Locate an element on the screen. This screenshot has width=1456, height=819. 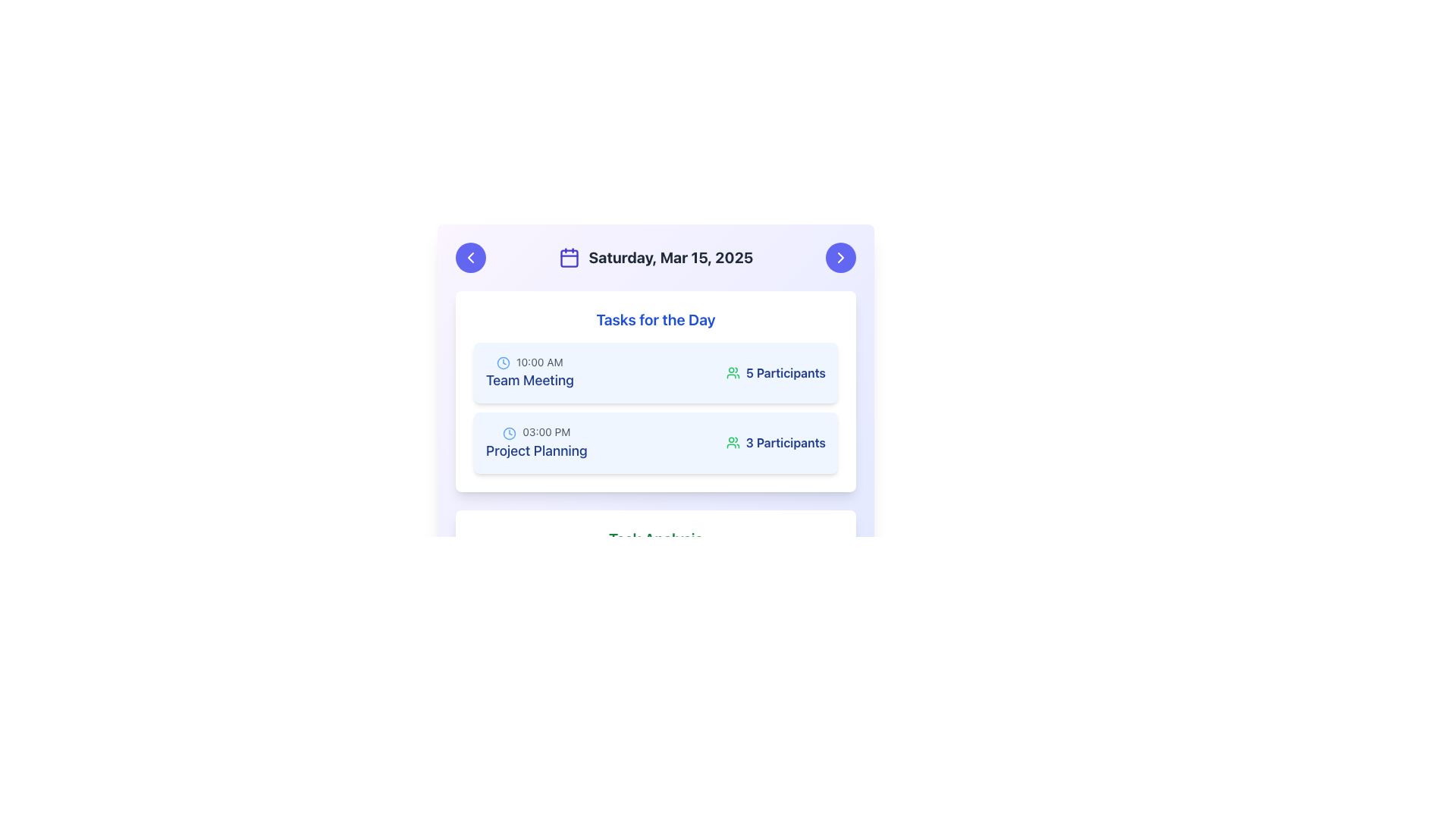
the SVG Circle representing the clock face in the clock icon, located at the start of the '03:00 PM Project Planning' item in the 'Tasks for the Day' section is located at coordinates (504, 363).